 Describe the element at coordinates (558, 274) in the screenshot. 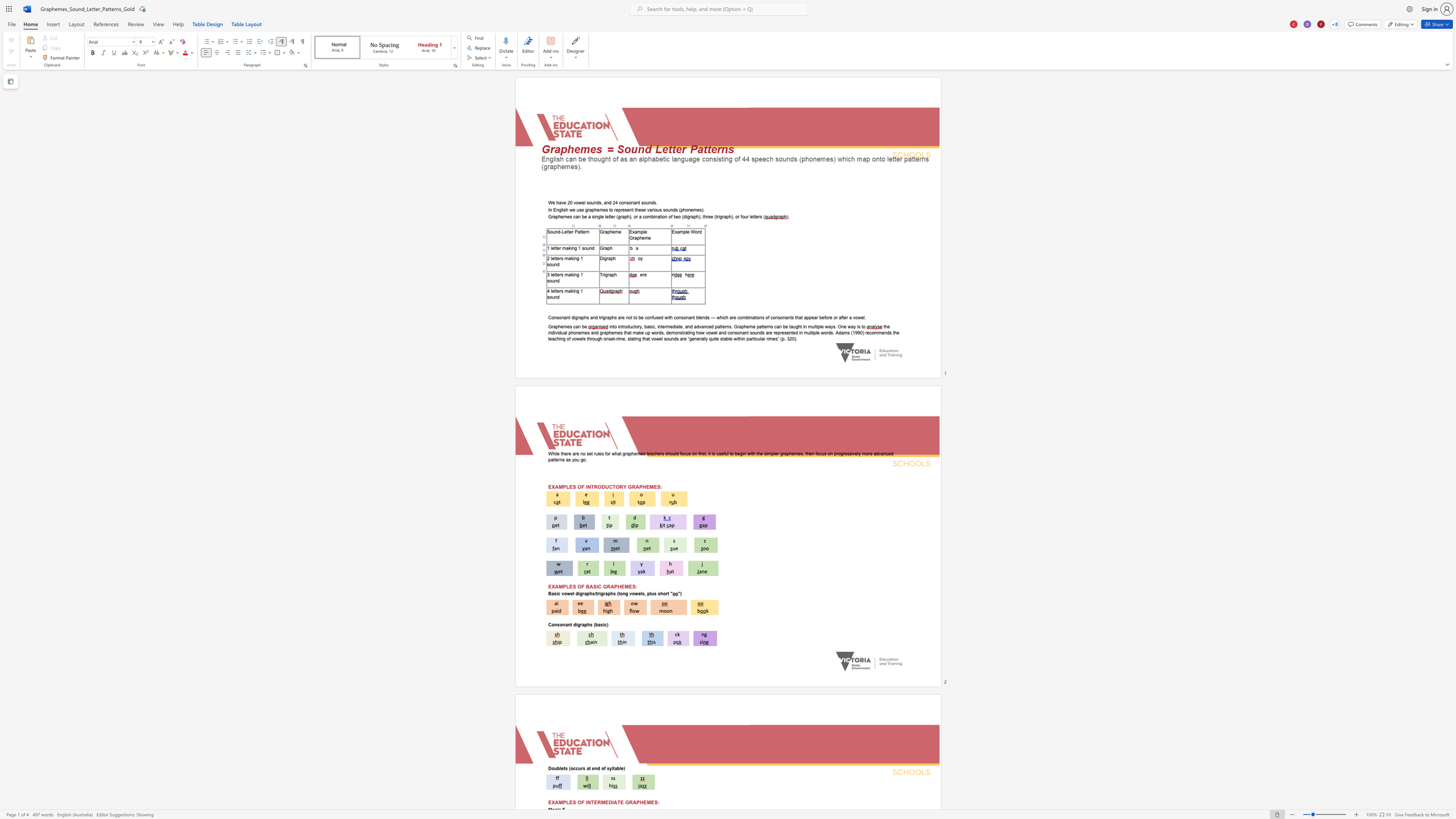

I see `the space between the continuous character "e" and "r" in the text` at that location.